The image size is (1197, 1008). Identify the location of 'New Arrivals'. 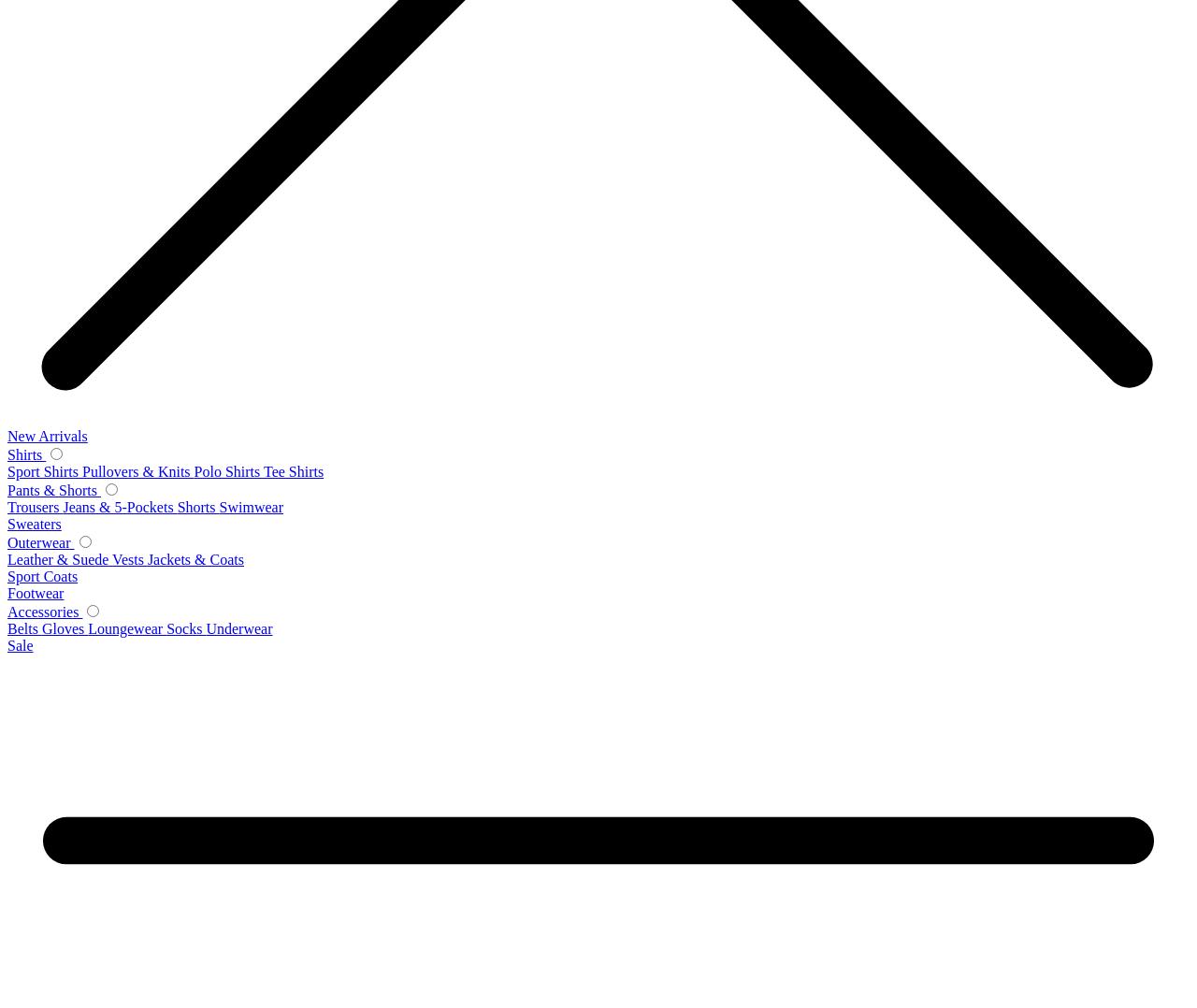
(47, 435).